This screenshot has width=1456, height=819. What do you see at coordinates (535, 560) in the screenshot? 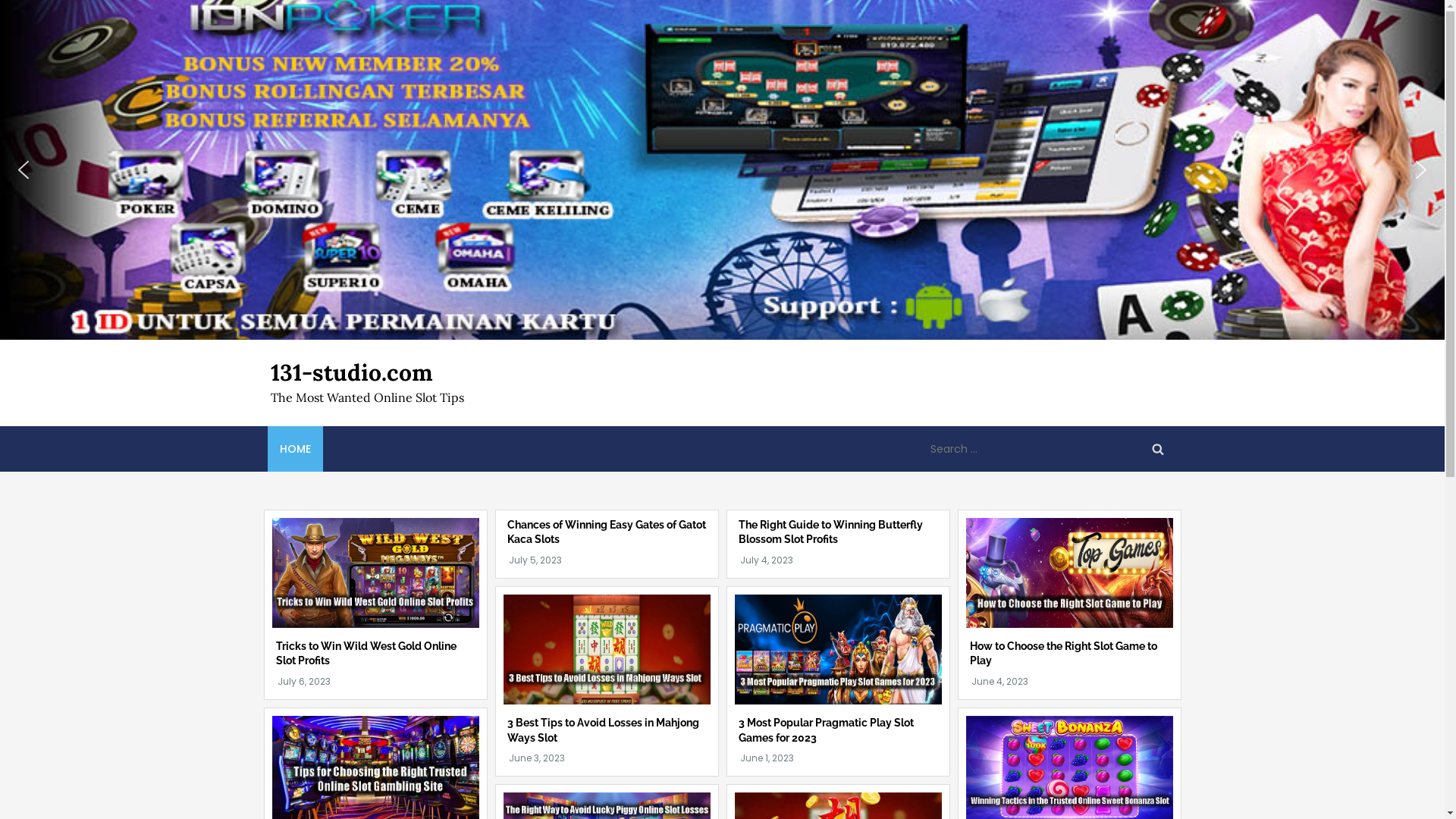
I see `'July 5, 2023'` at bounding box center [535, 560].